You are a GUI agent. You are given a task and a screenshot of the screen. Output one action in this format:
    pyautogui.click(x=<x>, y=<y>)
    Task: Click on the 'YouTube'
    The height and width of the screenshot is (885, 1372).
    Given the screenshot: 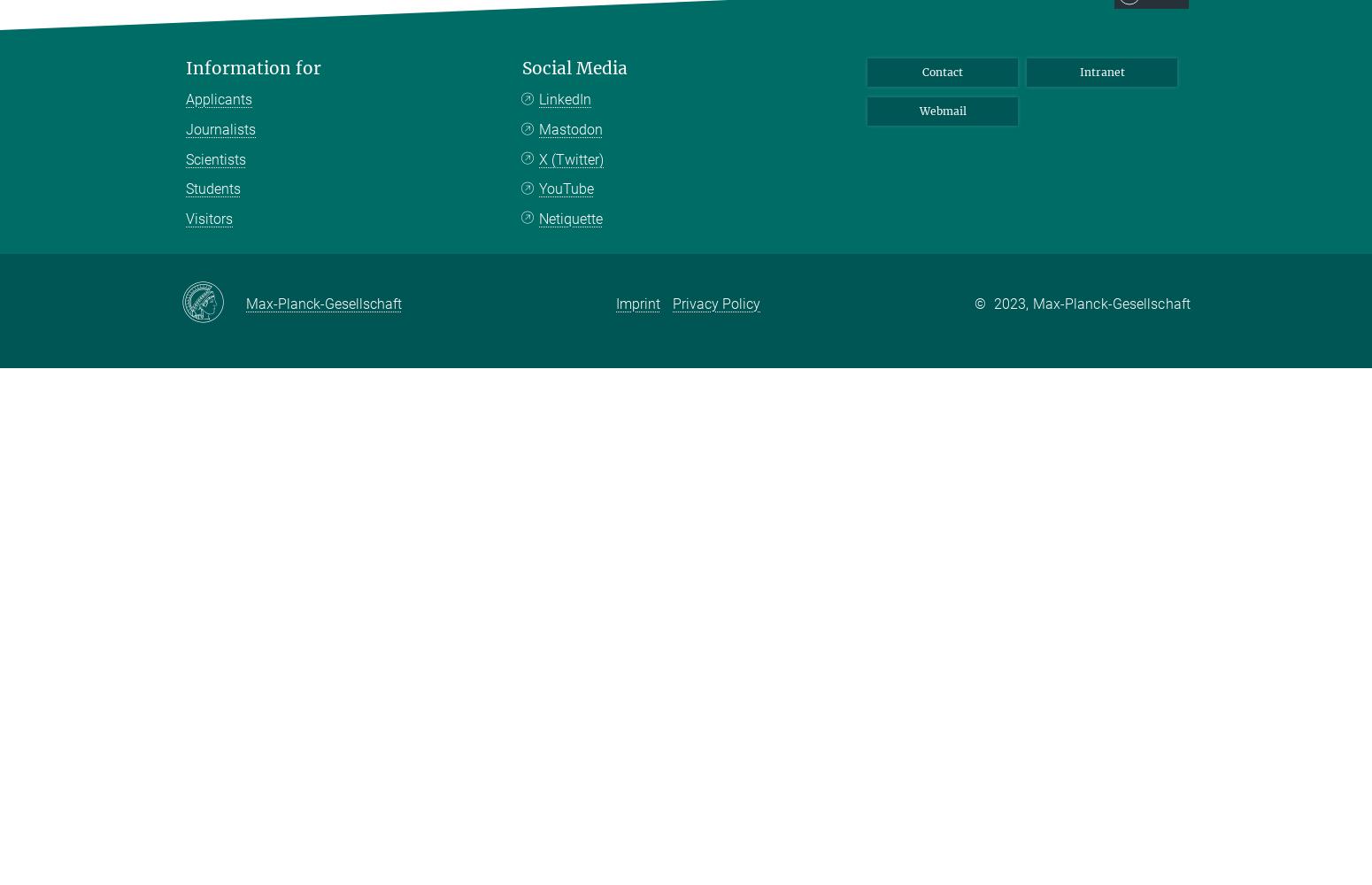 What is the action you would take?
    pyautogui.click(x=565, y=188)
    